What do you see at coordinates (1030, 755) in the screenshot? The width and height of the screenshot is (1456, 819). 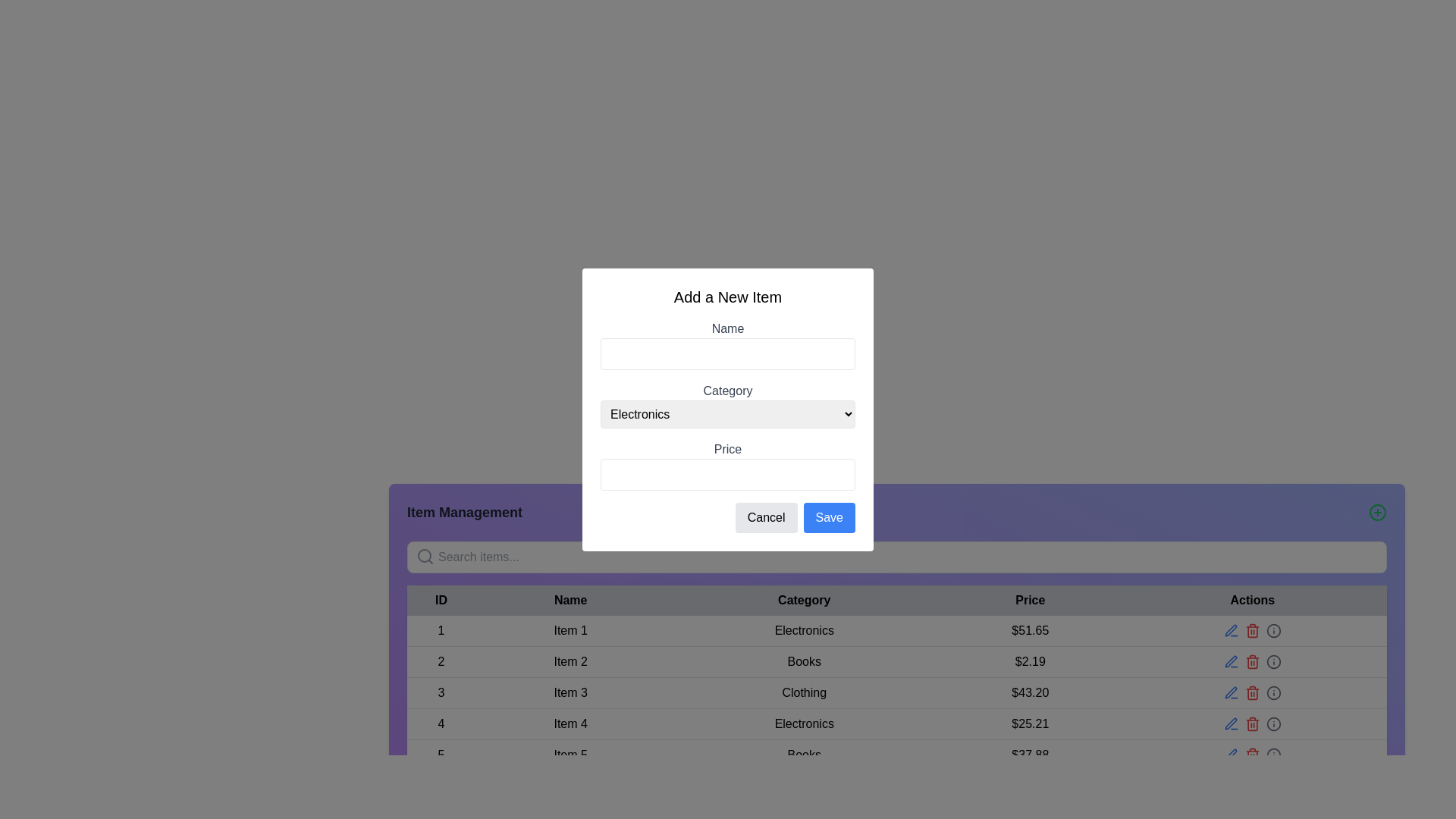 I see `the text label displaying the price '$37.88' in the fifth row of the table within the 'Price' column` at bounding box center [1030, 755].